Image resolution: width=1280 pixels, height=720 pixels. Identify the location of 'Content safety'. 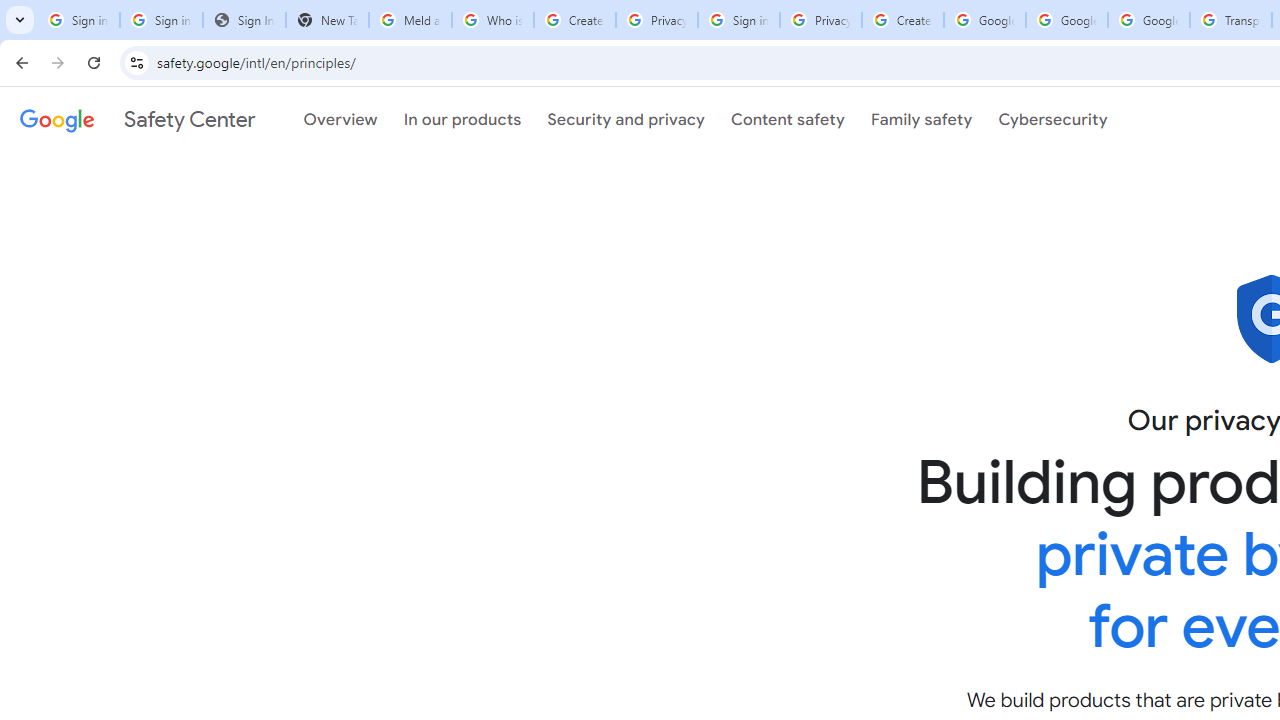
(786, 119).